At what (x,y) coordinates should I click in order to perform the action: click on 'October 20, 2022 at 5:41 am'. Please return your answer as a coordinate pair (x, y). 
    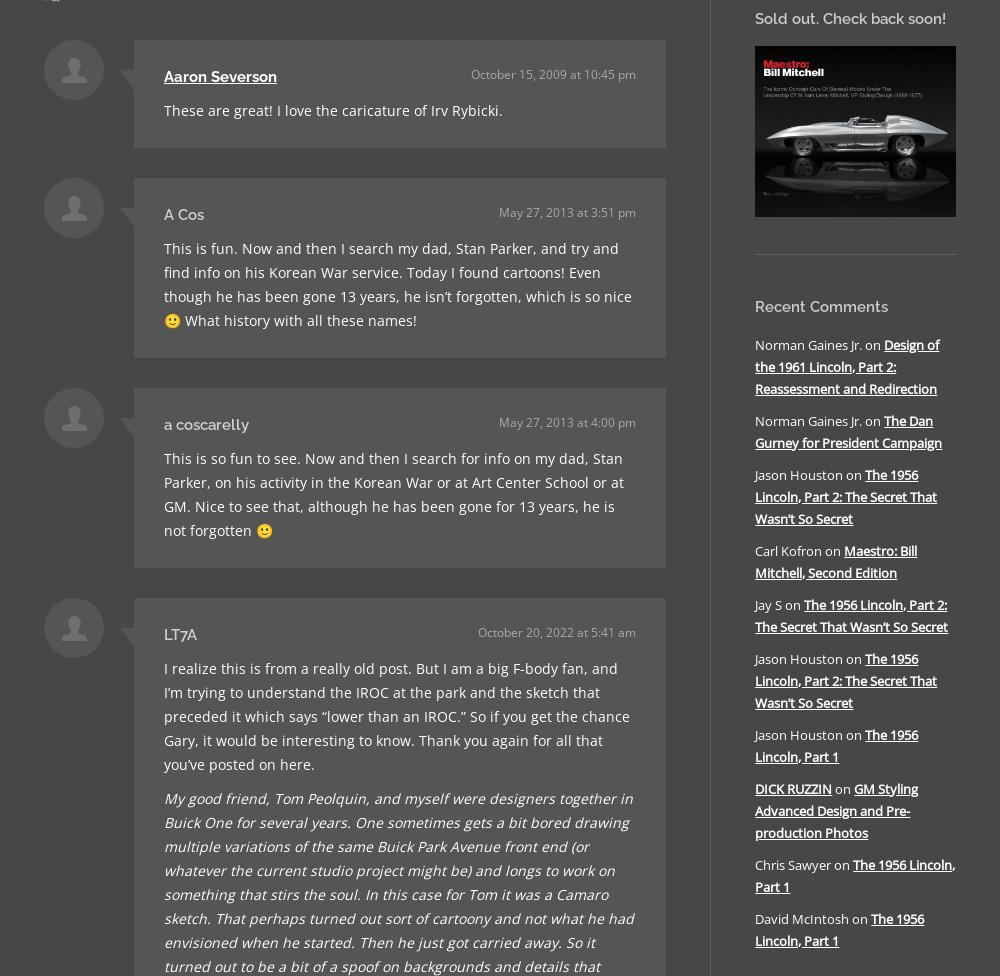
    Looking at the image, I should click on (477, 631).